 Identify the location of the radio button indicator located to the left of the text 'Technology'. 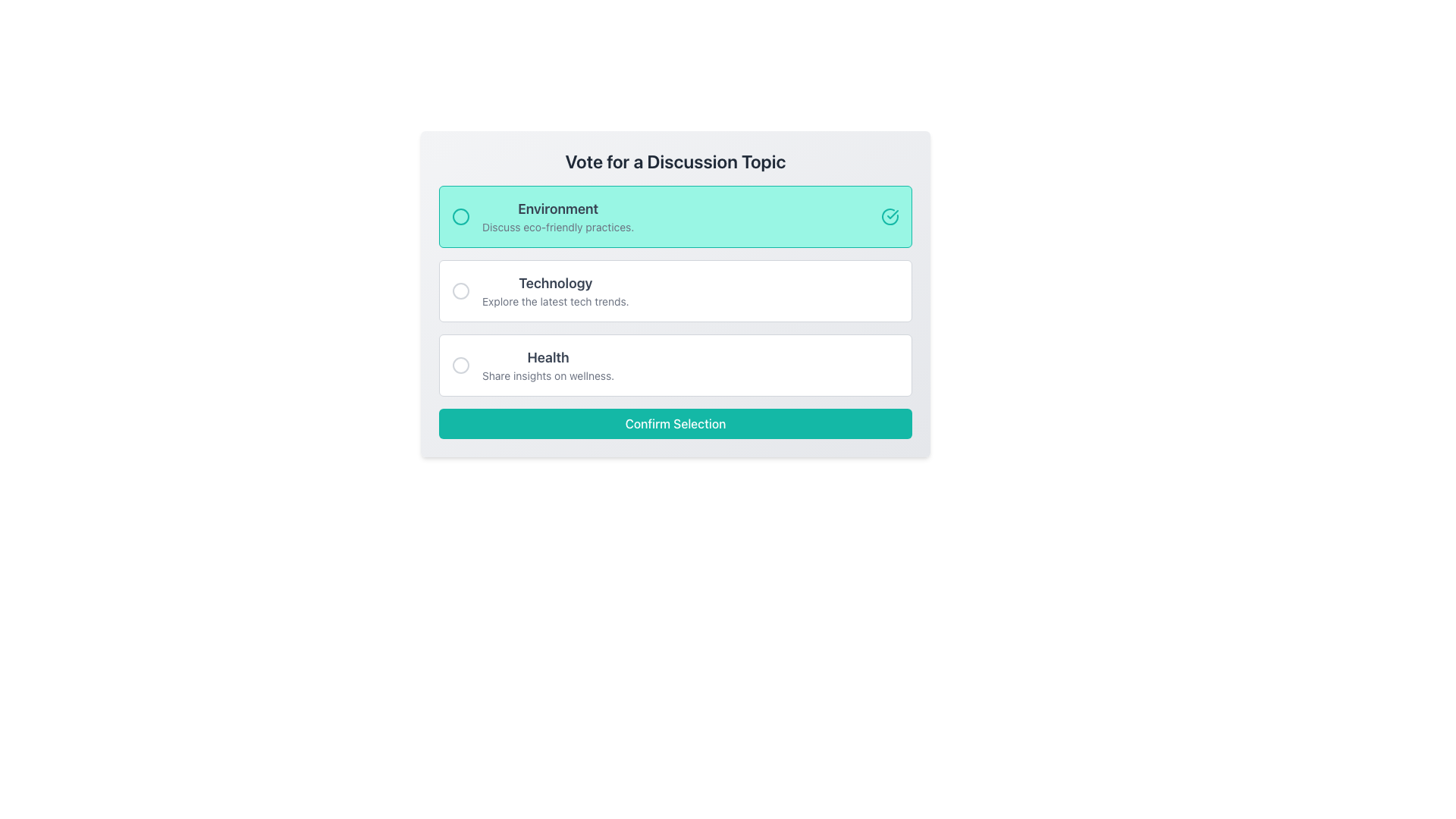
(460, 291).